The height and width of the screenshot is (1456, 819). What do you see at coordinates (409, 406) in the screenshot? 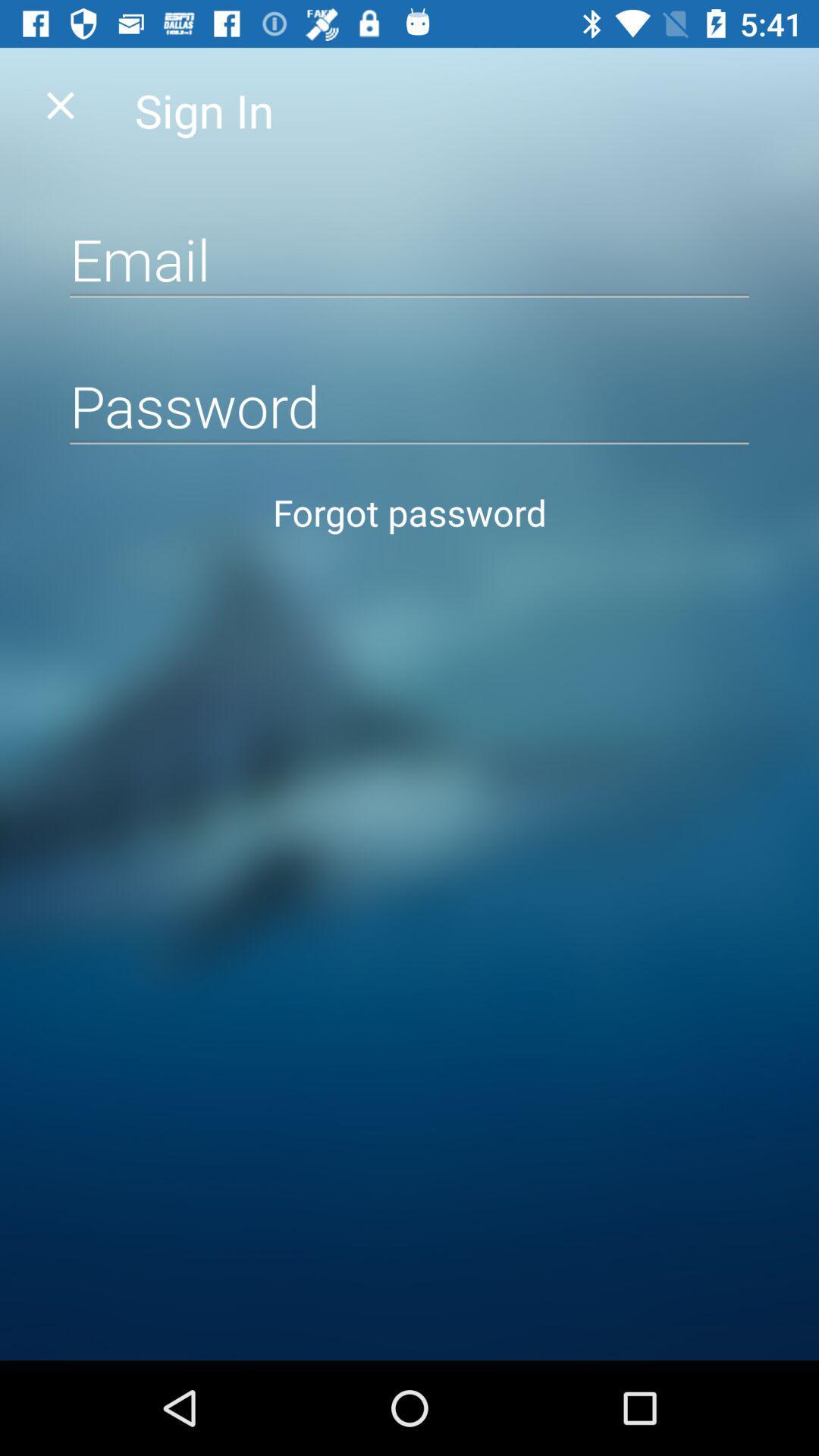
I see `password` at bounding box center [409, 406].